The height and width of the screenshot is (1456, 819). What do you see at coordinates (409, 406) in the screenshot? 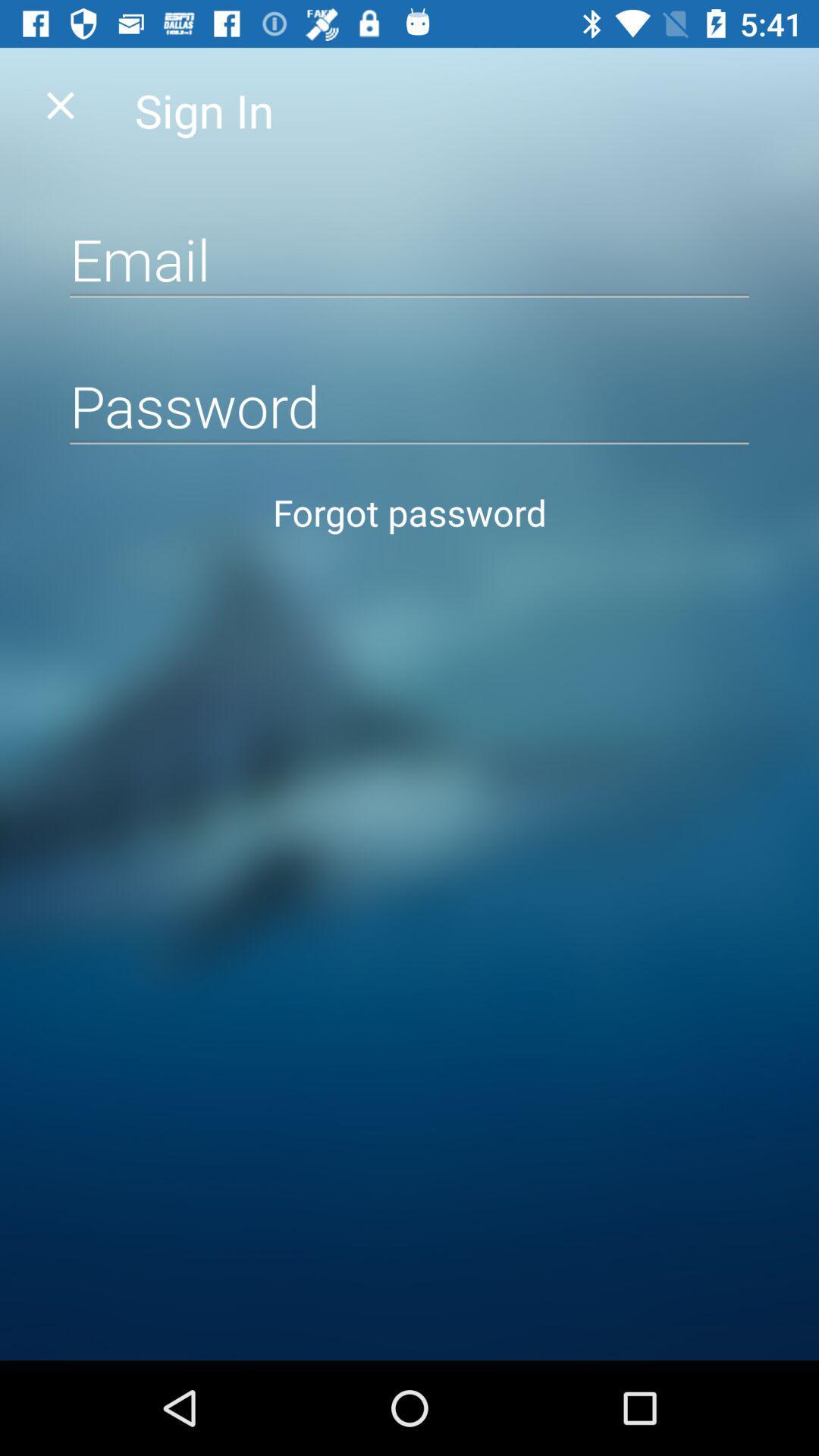
I see `password` at bounding box center [409, 406].